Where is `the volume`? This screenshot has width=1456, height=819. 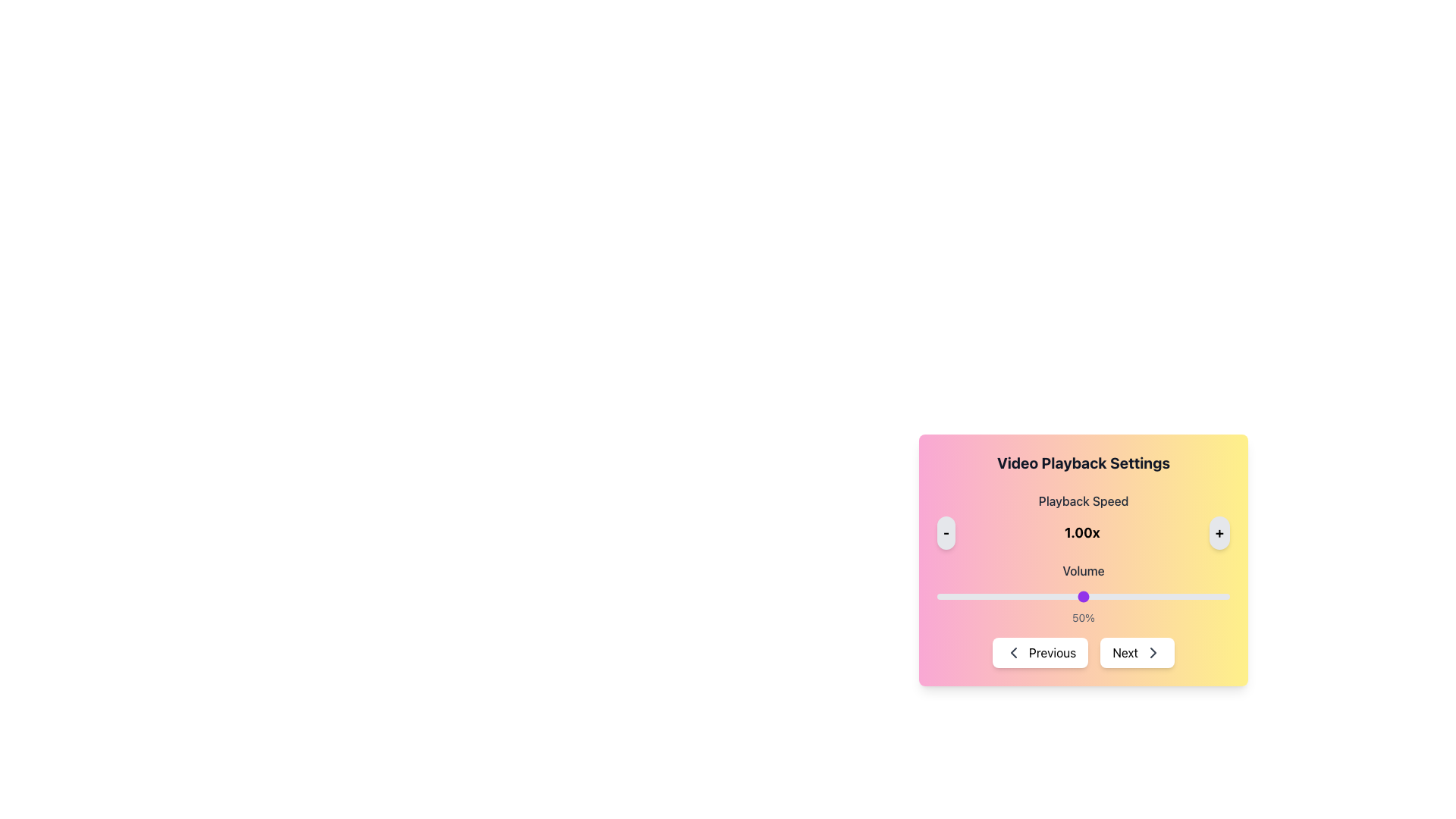 the volume is located at coordinates (1142, 595).